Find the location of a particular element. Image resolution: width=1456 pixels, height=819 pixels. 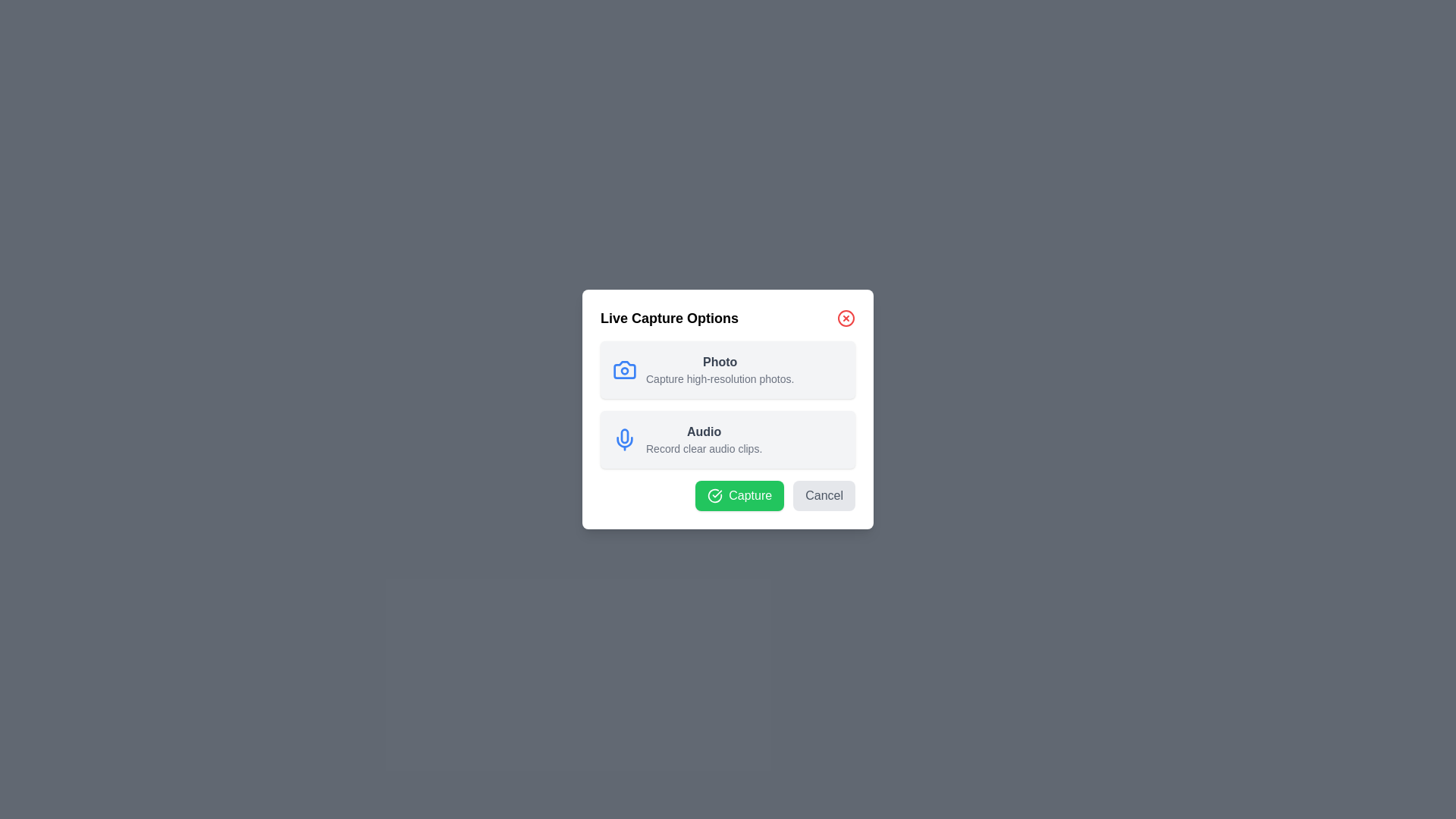

the close button to toggle the dialog visibility is located at coordinates (846, 318).